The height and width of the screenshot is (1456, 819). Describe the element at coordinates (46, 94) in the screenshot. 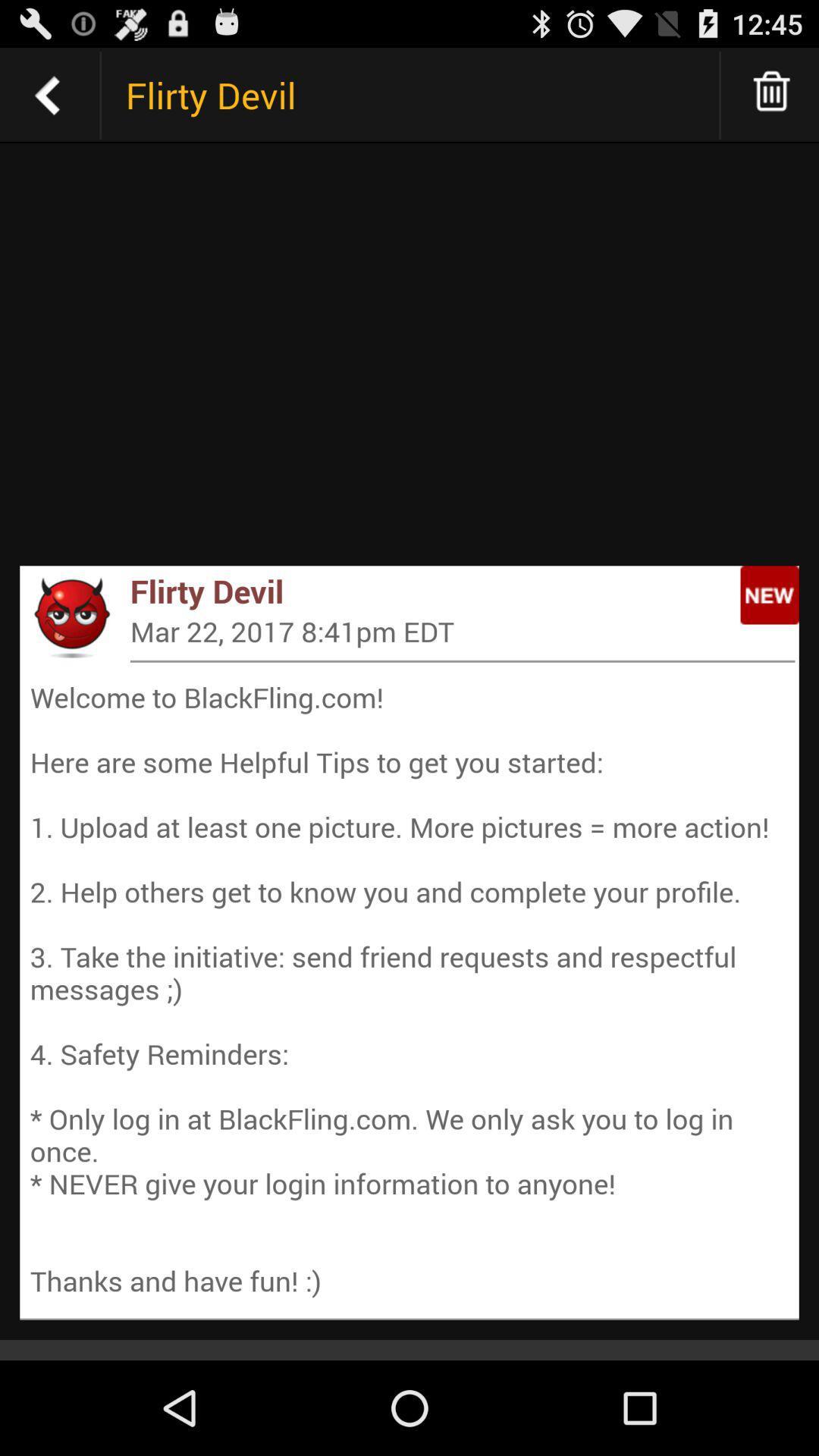

I see `flirty devil` at that location.